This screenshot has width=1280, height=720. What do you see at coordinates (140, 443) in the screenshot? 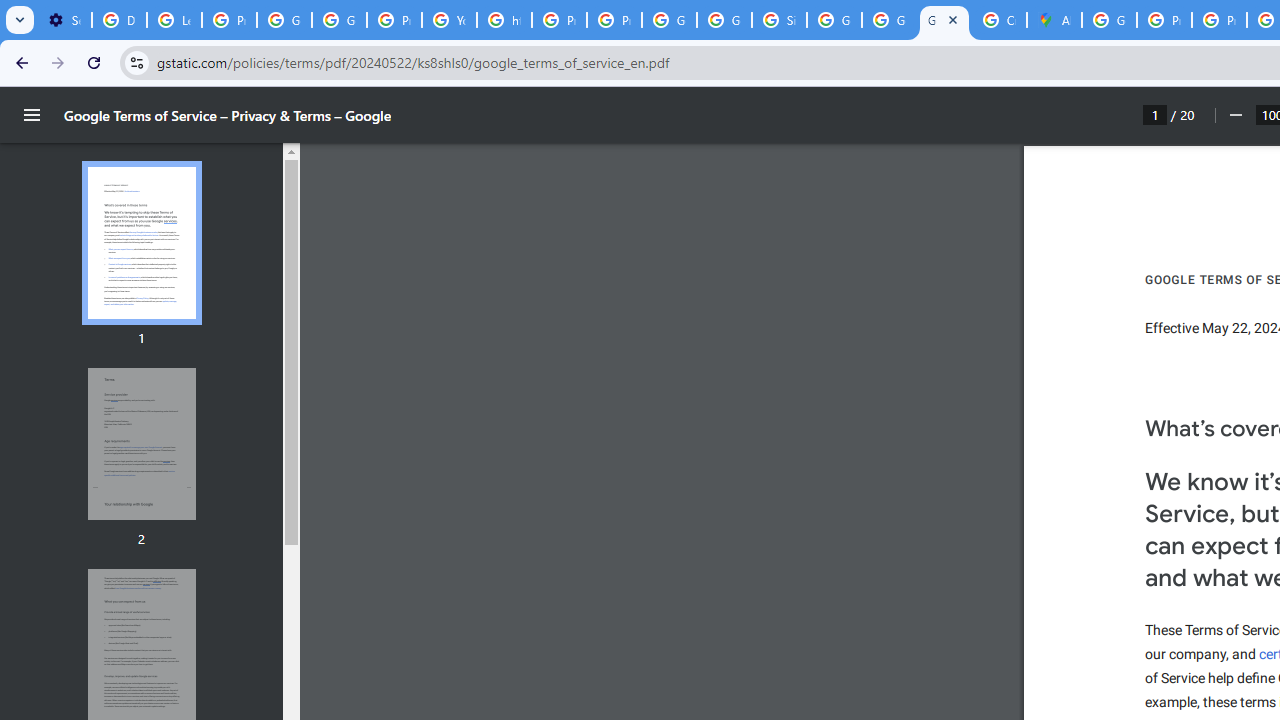
I see `'Thumbnail for page 2'` at bounding box center [140, 443].